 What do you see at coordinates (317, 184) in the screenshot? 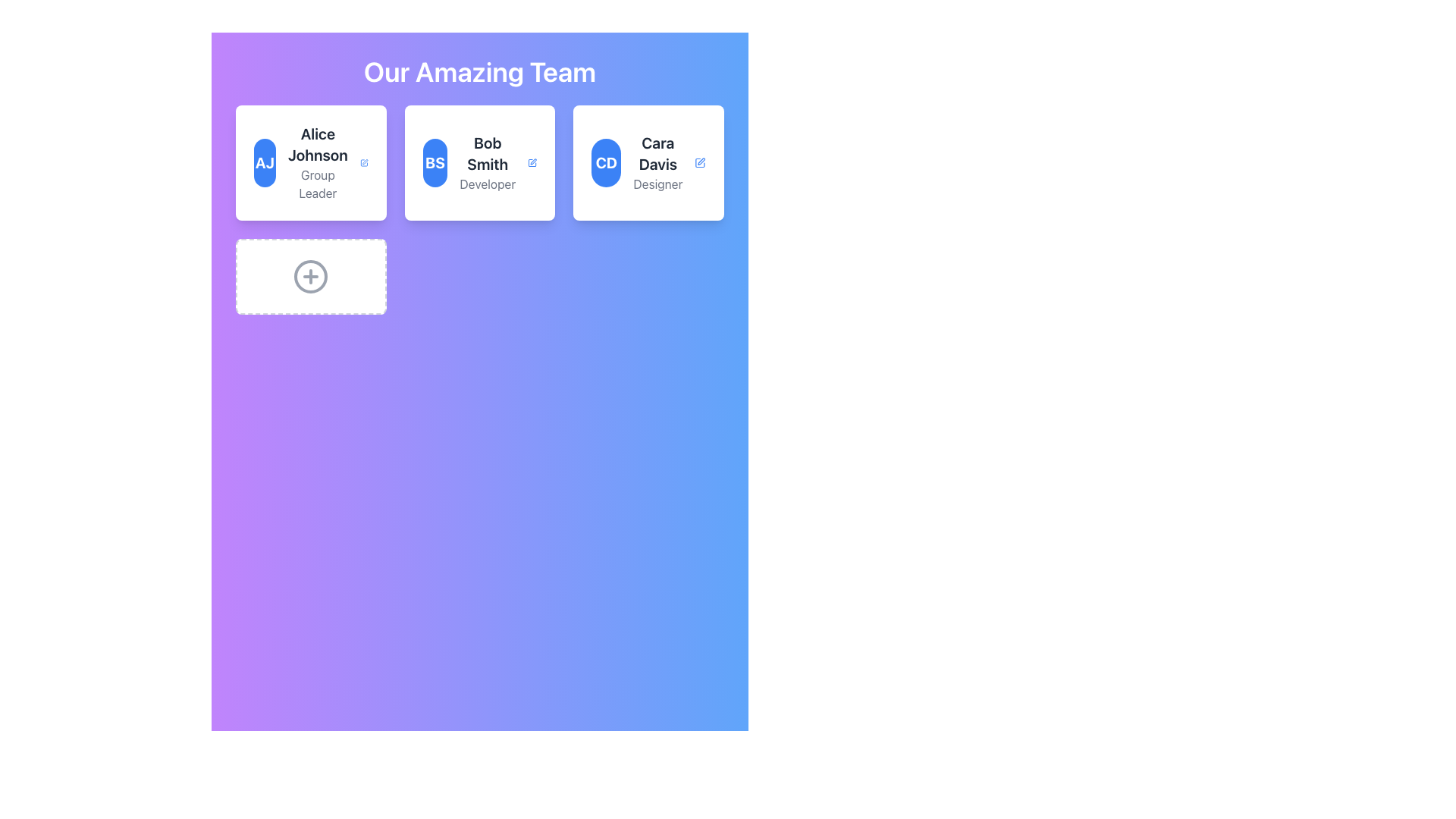
I see `the text label displaying 'Group Leader' in gray font, located beneath 'Alice Johnson' in the first team member card` at bounding box center [317, 184].